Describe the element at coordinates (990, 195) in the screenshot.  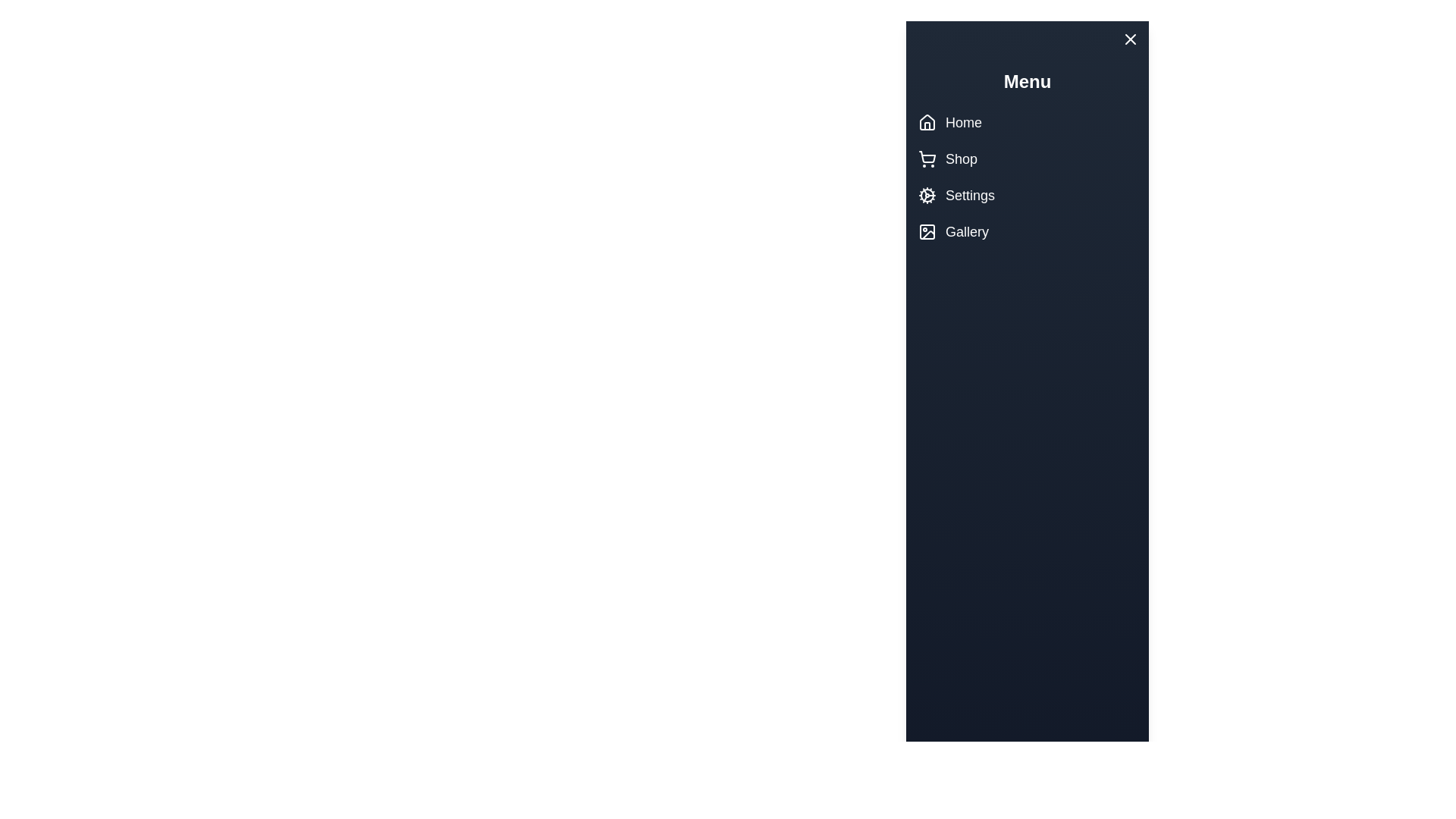
I see `the Settings menu item to navigate` at that location.